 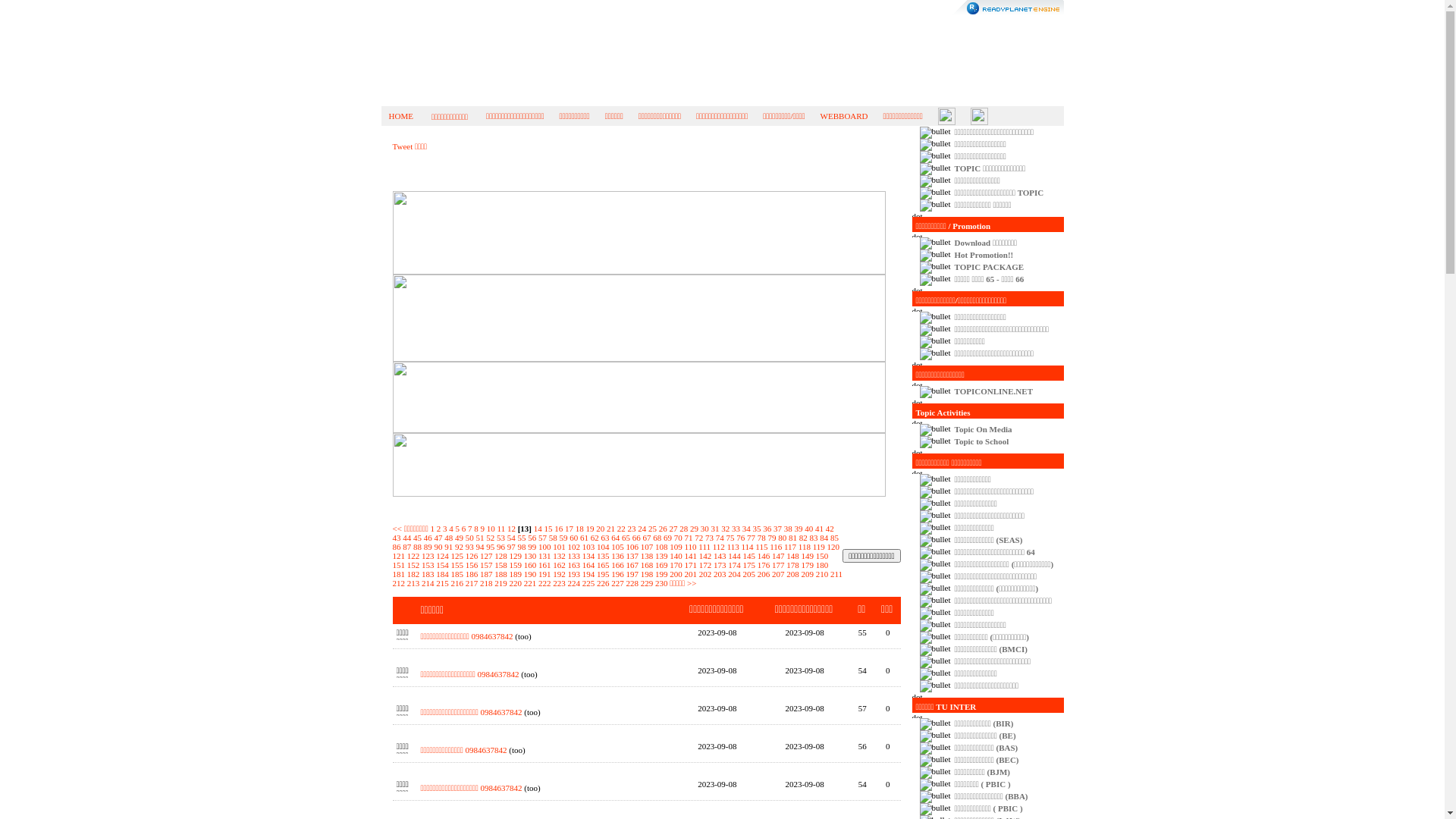 I want to click on '202', so click(x=704, y=573).